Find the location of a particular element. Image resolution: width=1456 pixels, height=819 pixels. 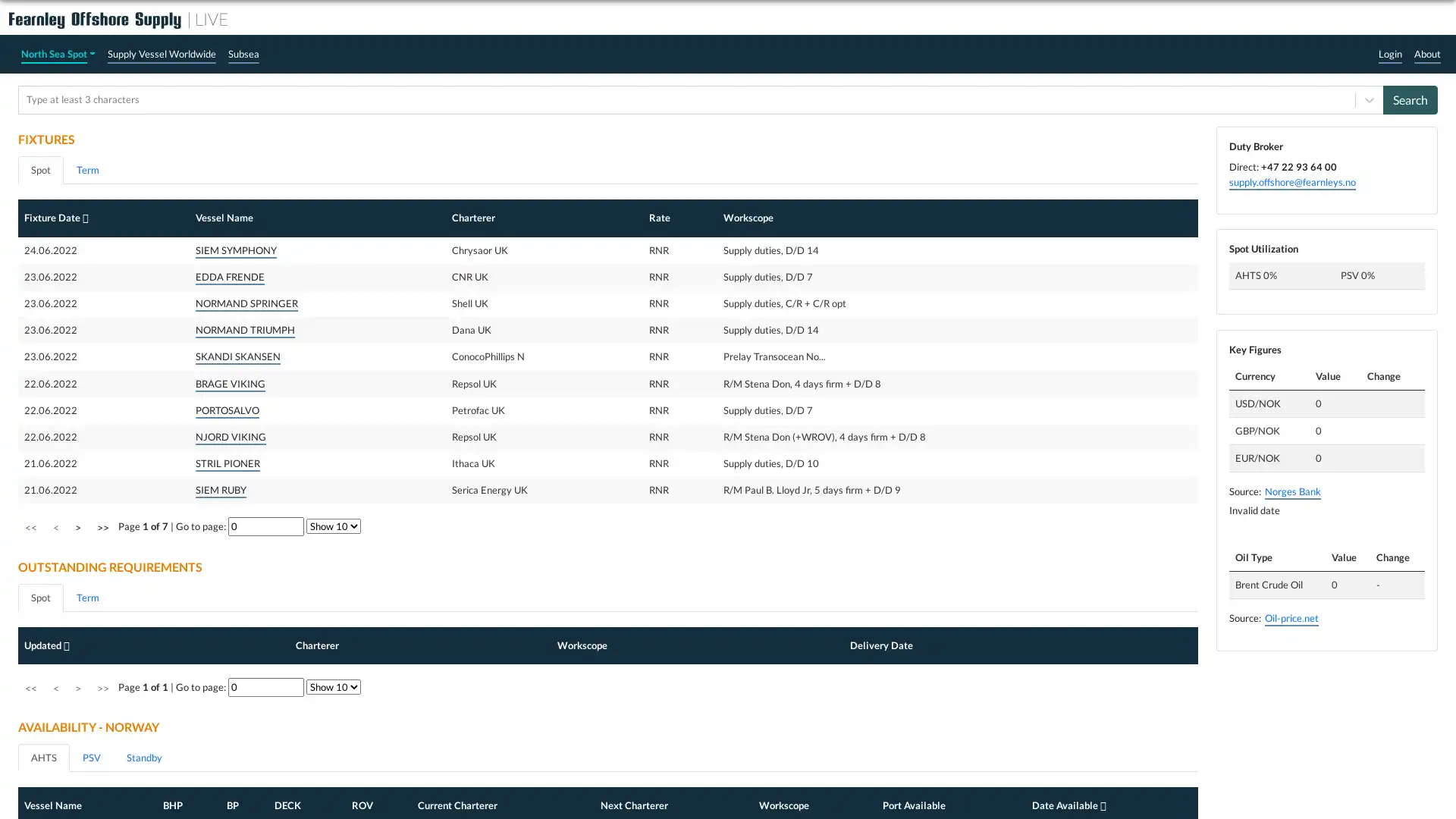

< is located at coordinates (55, 526).